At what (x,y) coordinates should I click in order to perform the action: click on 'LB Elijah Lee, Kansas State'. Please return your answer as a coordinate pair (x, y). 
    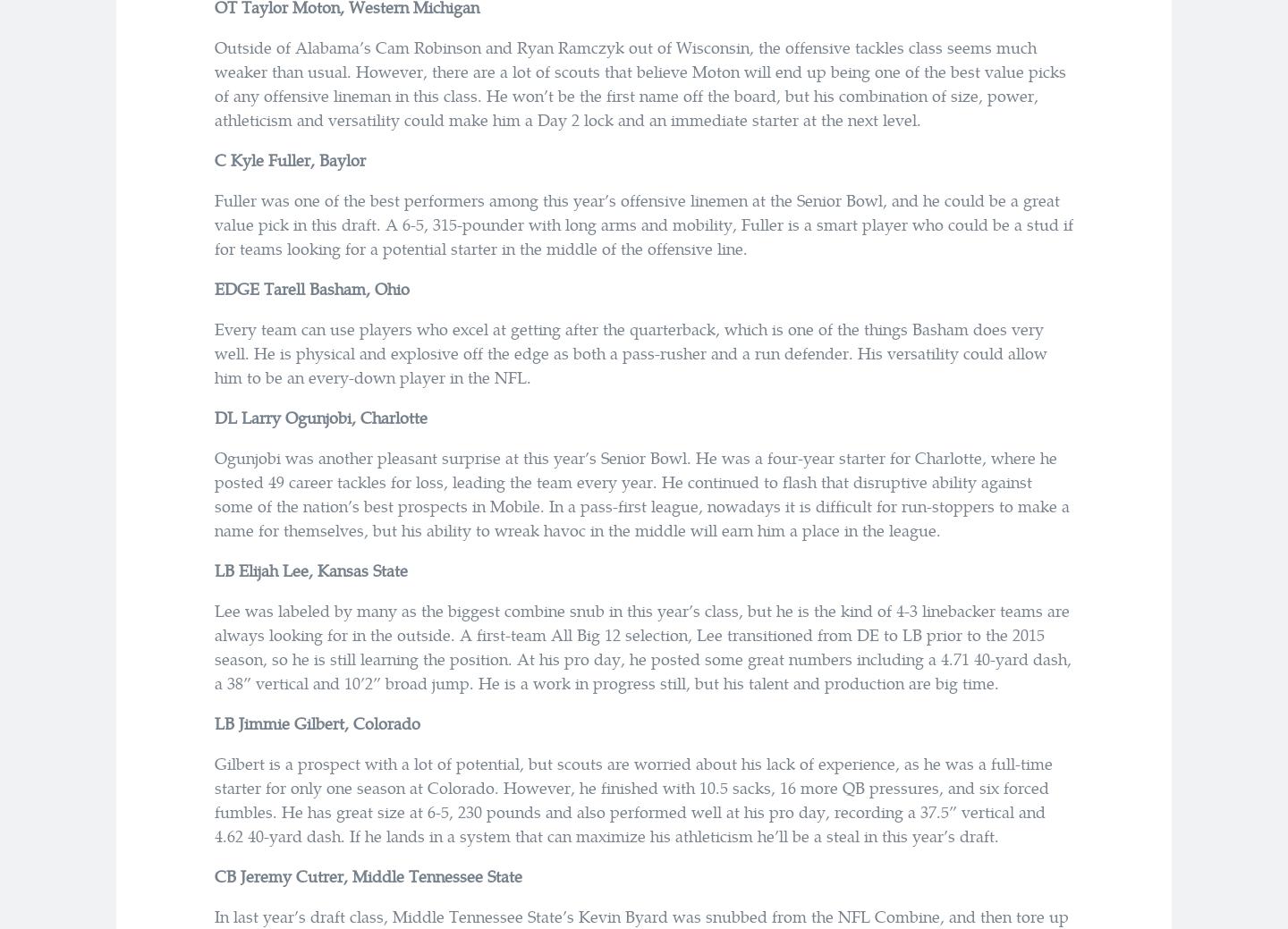
    Looking at the image, I should click on (311, 570).